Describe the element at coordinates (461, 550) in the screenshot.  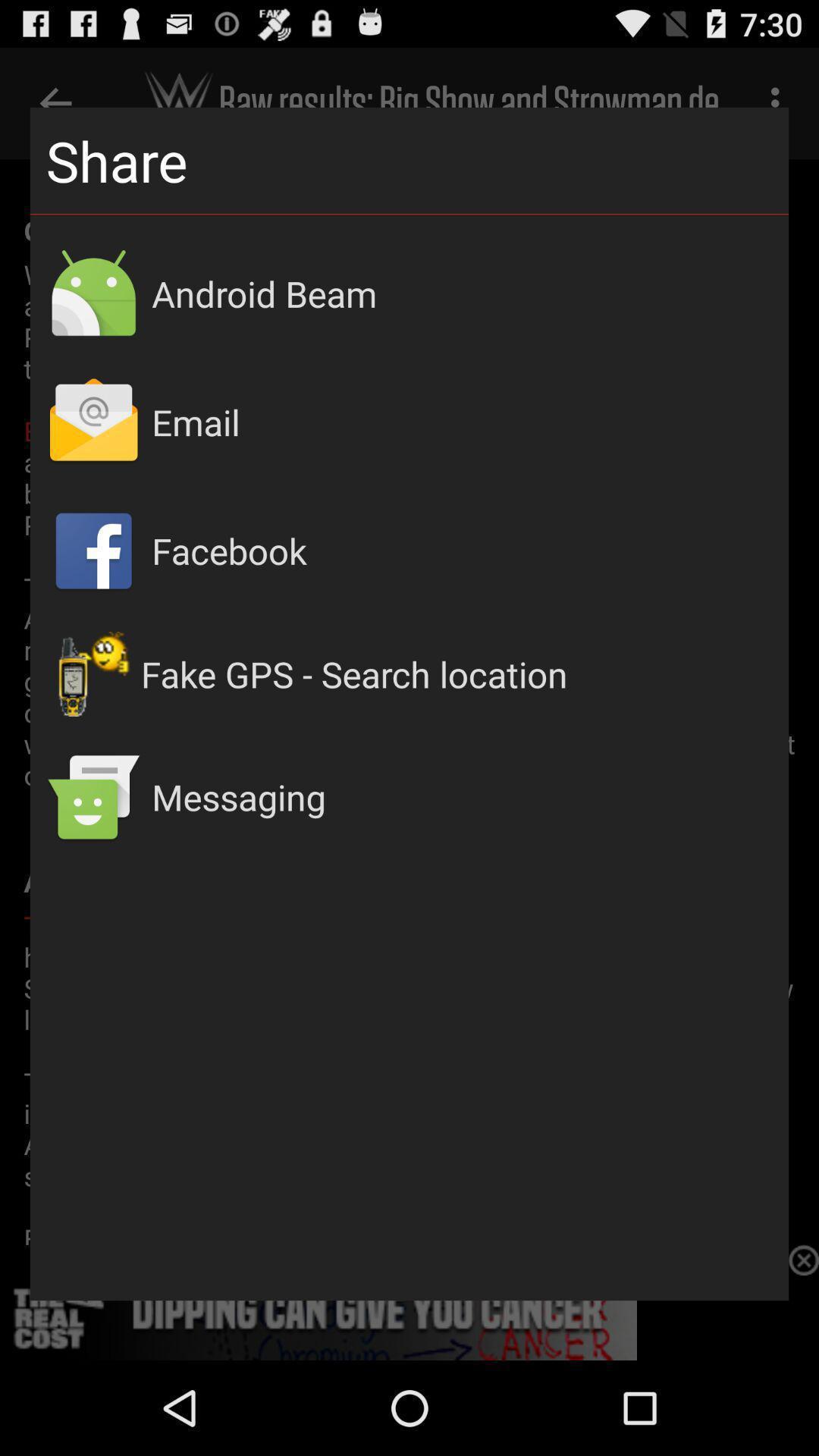
I see `facebook item` at that location.